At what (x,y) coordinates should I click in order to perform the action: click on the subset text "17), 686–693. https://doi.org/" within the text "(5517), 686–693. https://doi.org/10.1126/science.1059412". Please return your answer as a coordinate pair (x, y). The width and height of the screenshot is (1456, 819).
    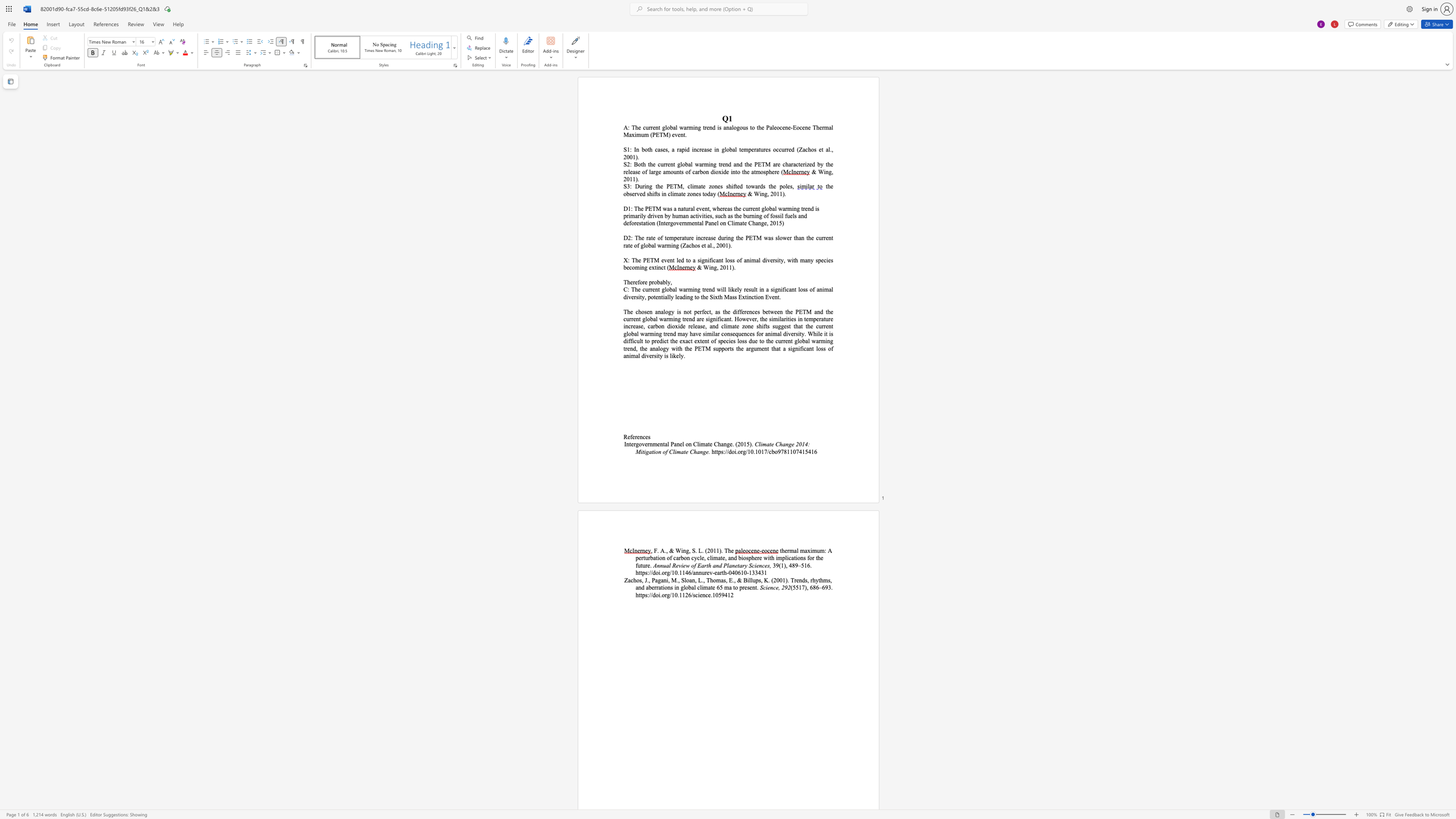
    Looking at the image, I should click on (798, 587).